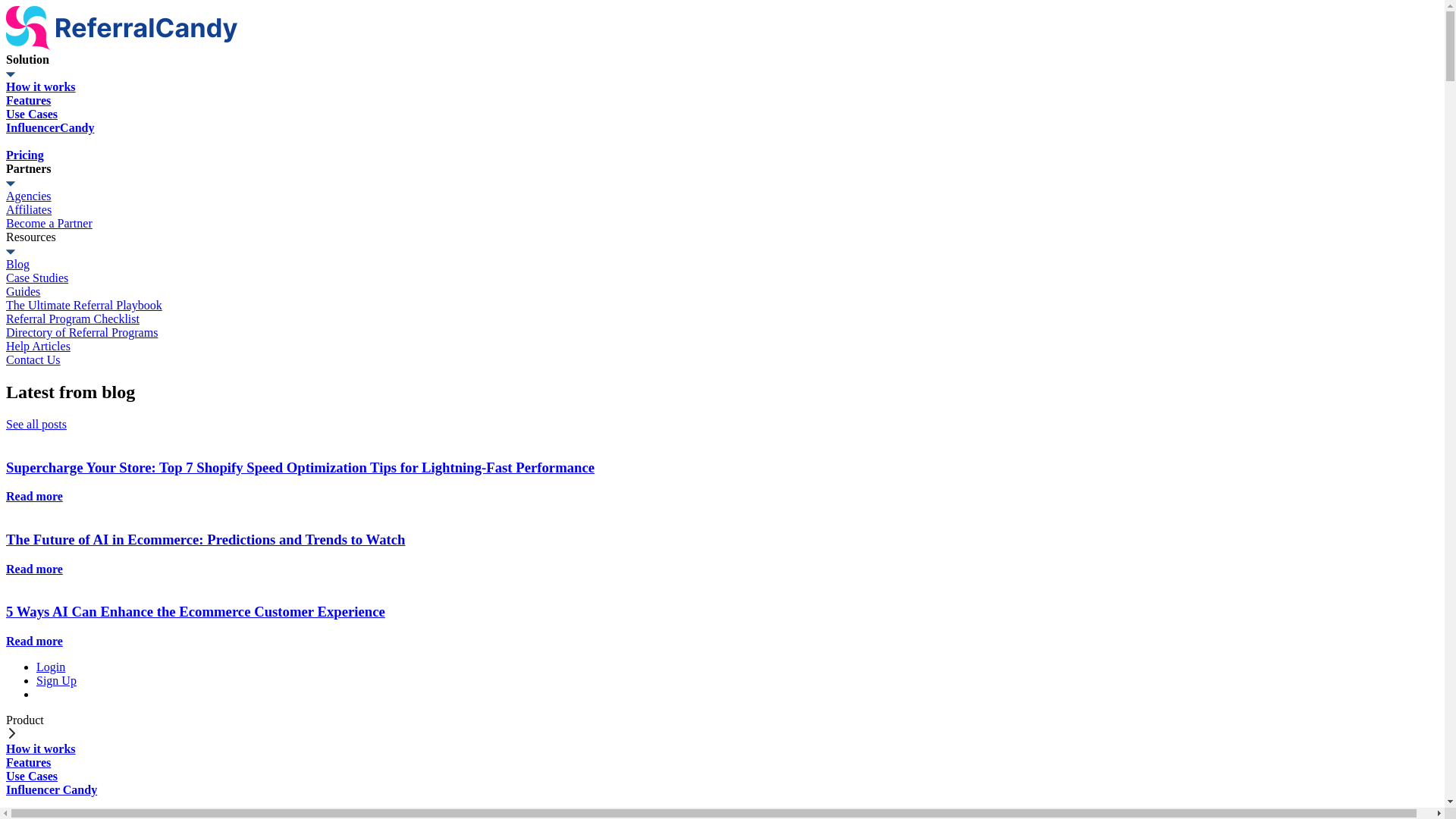  What do you see at coordinates (6, 795) in the screenshot?
I see `'Influencer Candy'` at bounding box center [6, 795].